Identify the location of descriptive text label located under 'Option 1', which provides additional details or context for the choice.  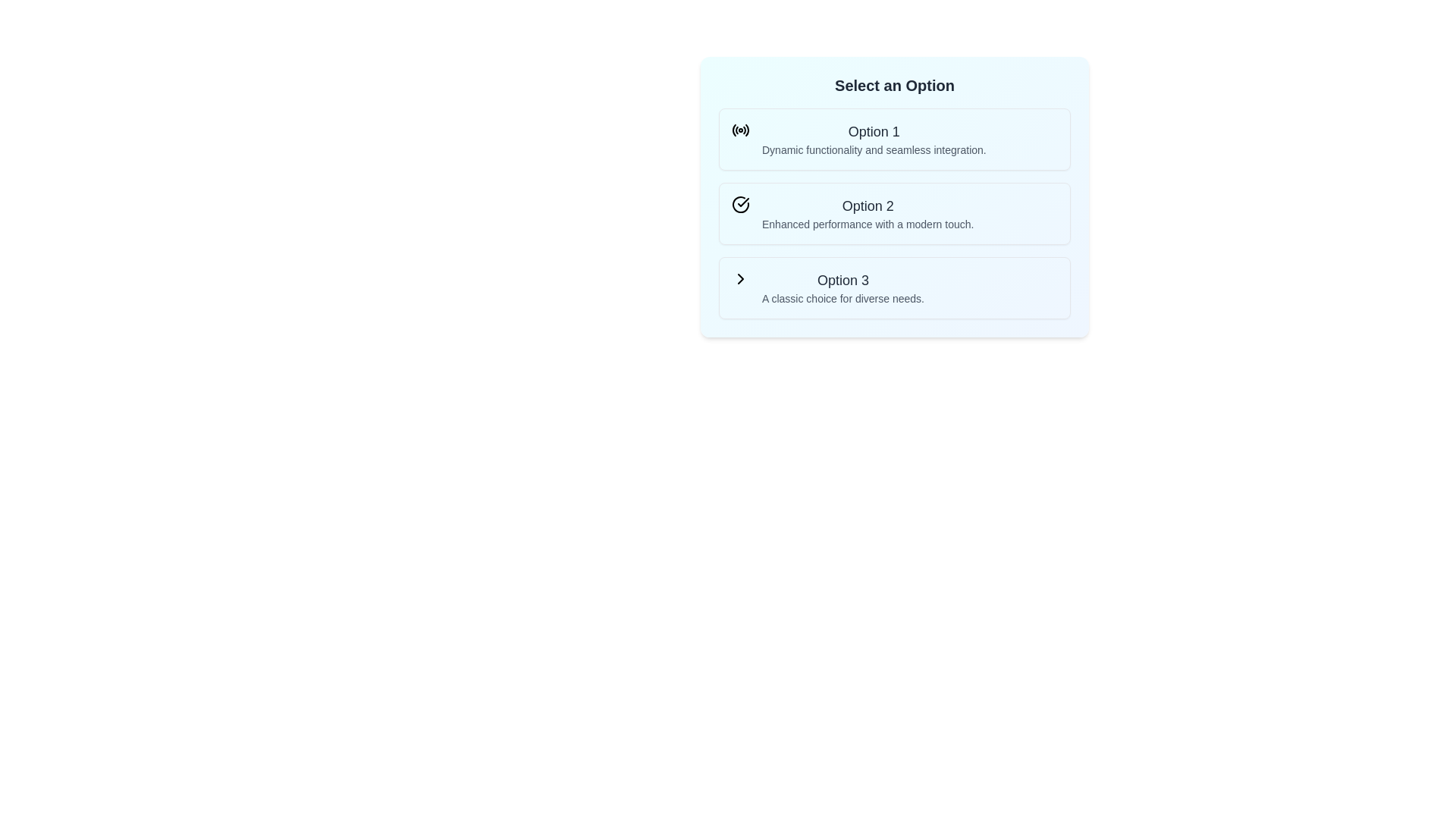
(874, 149).